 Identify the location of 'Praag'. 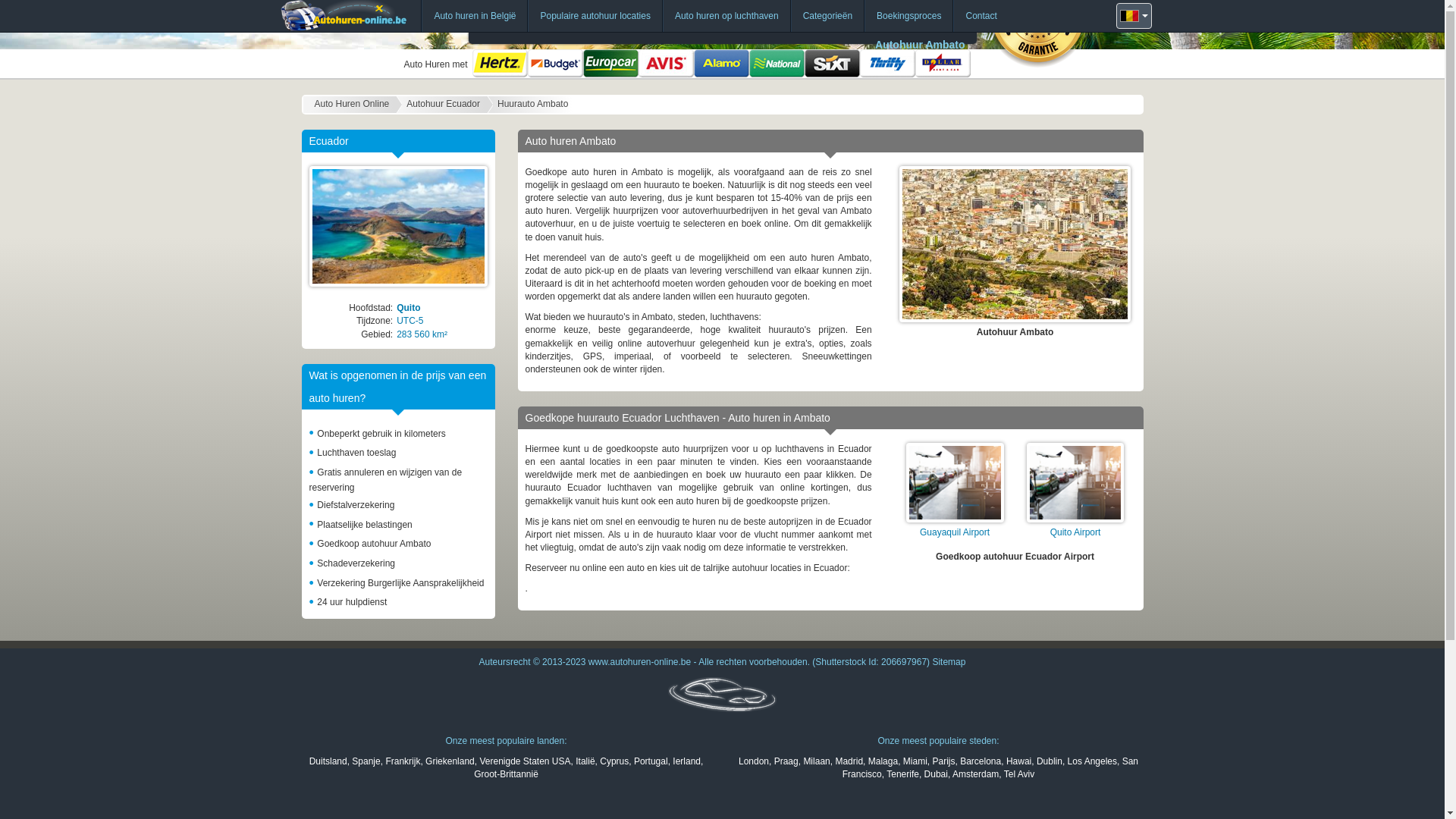
(774, 761).